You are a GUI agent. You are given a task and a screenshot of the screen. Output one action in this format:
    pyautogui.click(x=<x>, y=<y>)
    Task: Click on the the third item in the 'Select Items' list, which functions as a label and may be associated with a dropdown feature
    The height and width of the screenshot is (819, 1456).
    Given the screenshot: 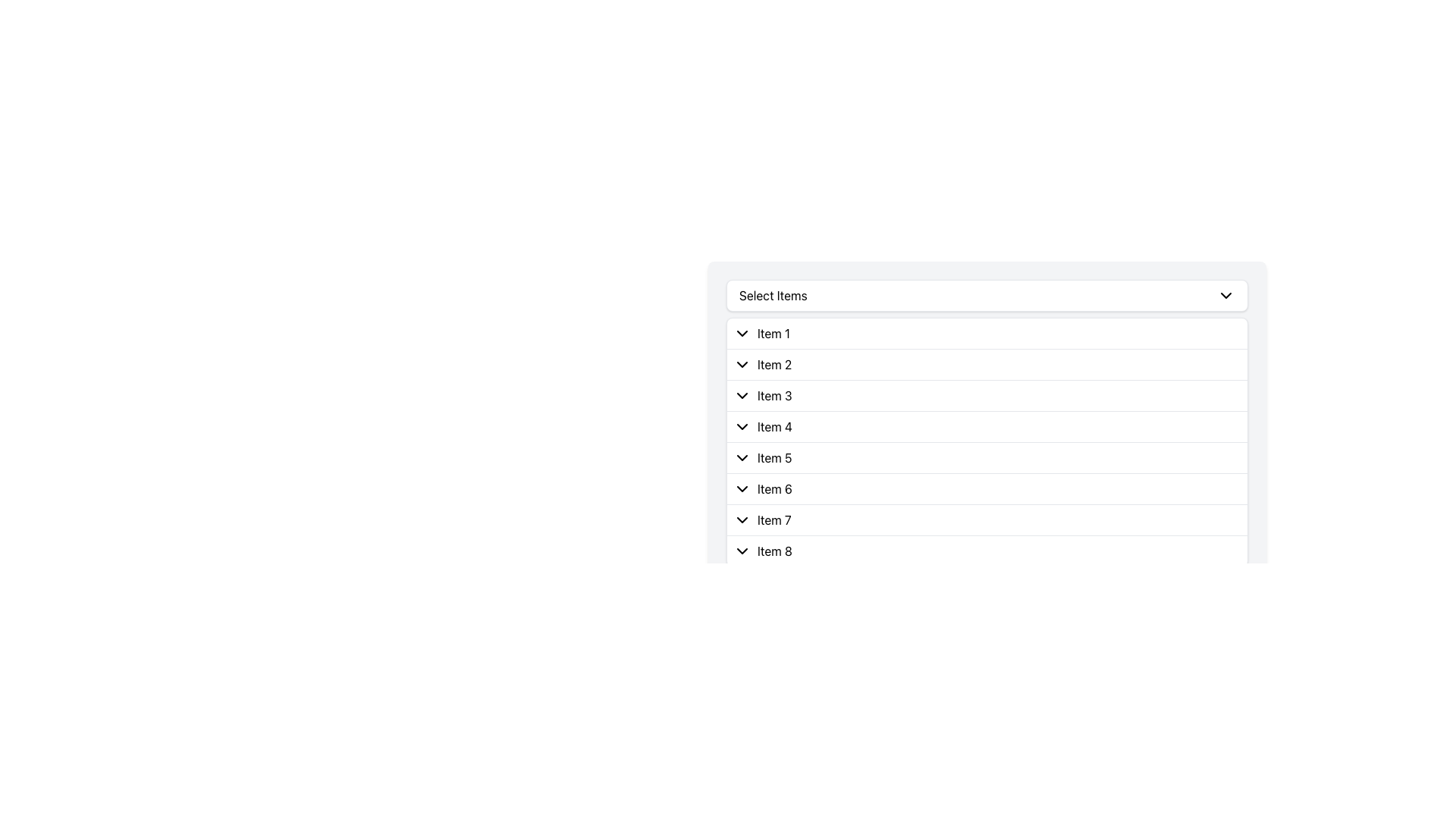 What is the action you would take?
    pyautogui.click(x=774, y=394)
    